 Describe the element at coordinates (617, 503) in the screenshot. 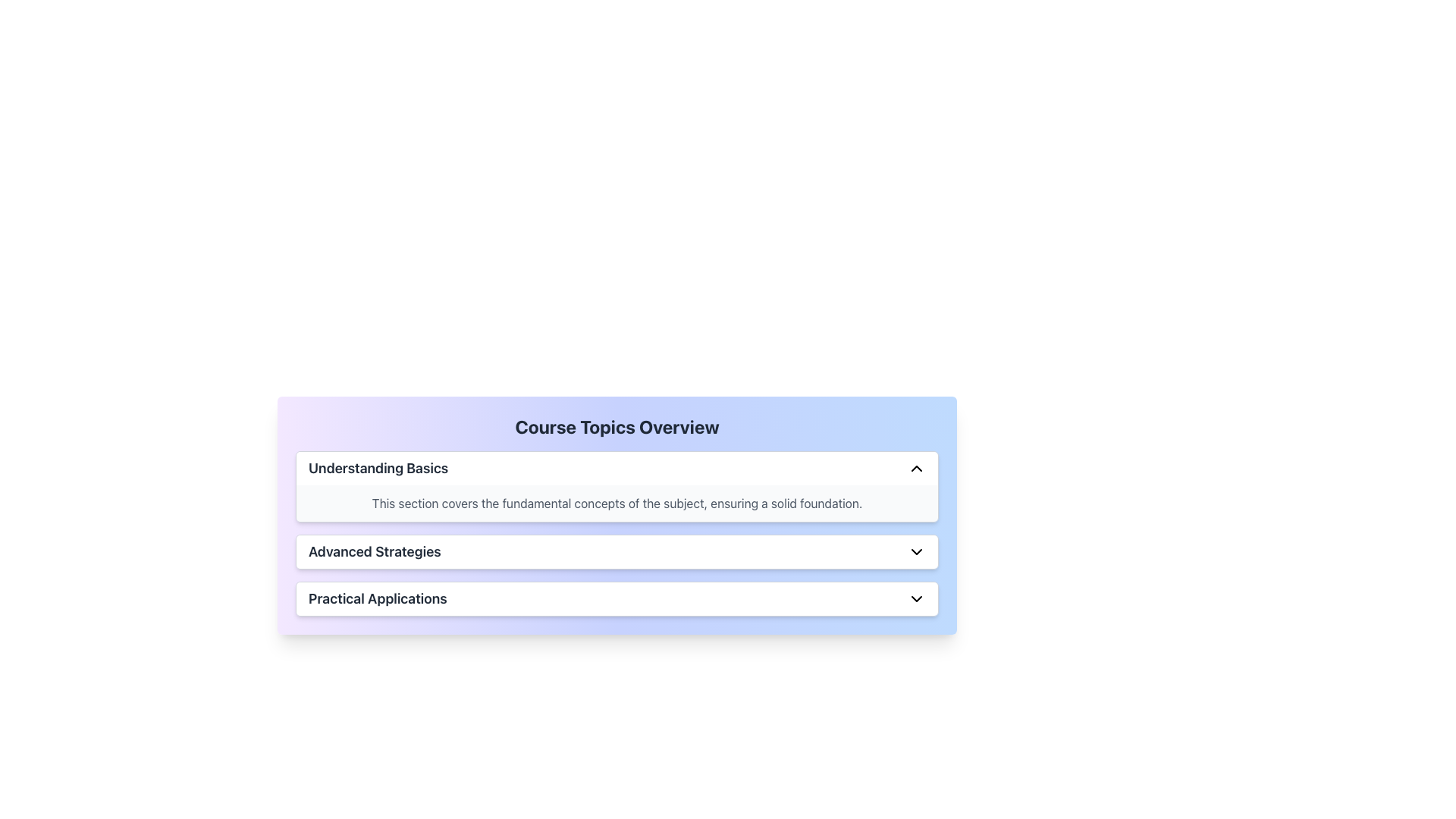

I see `the static text displaying 'This section covers the fundamental concepts of the subject, ensuring a solid foundation.' located beneath the 'Understanding Basics' heading` at that location.